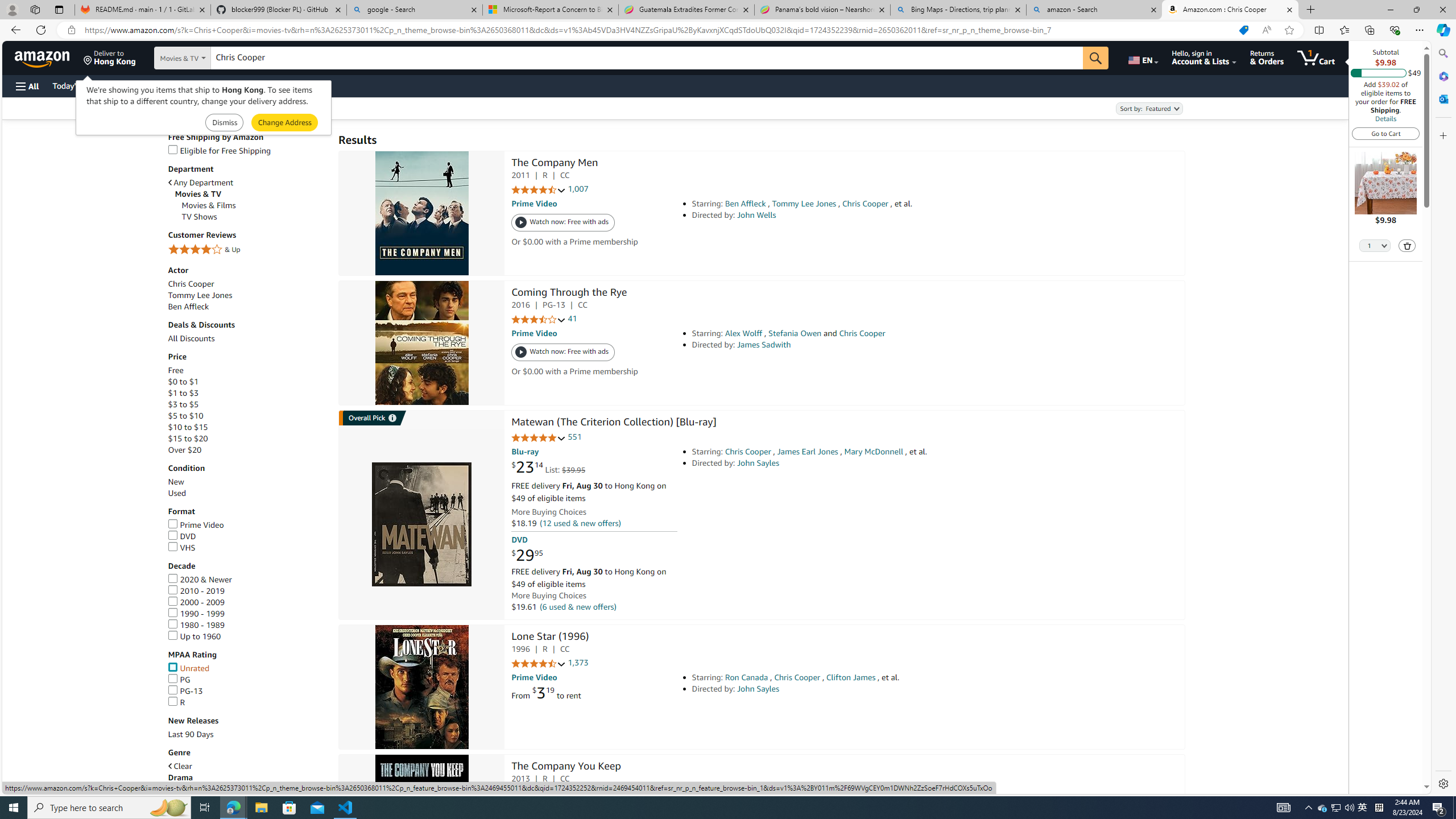 Image resolution: width=1456 pixels, height=819 pixels. What do you see at coordinates (43, 57) in the screenshot?
I see `'Amazon'` at bounding box center [43, 57].